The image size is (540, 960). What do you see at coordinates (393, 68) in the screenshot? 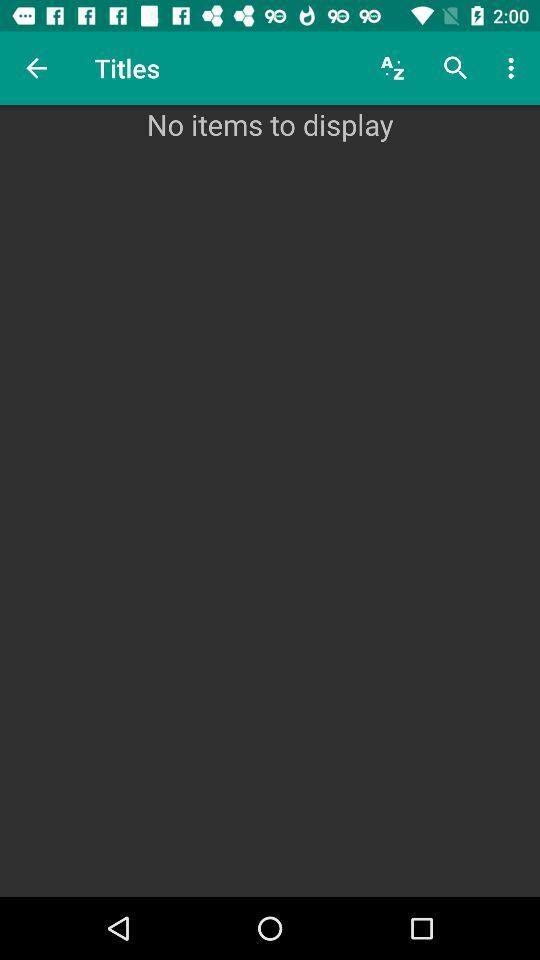
I see `item to the right of the titles item` at bounding box center [393, 68].